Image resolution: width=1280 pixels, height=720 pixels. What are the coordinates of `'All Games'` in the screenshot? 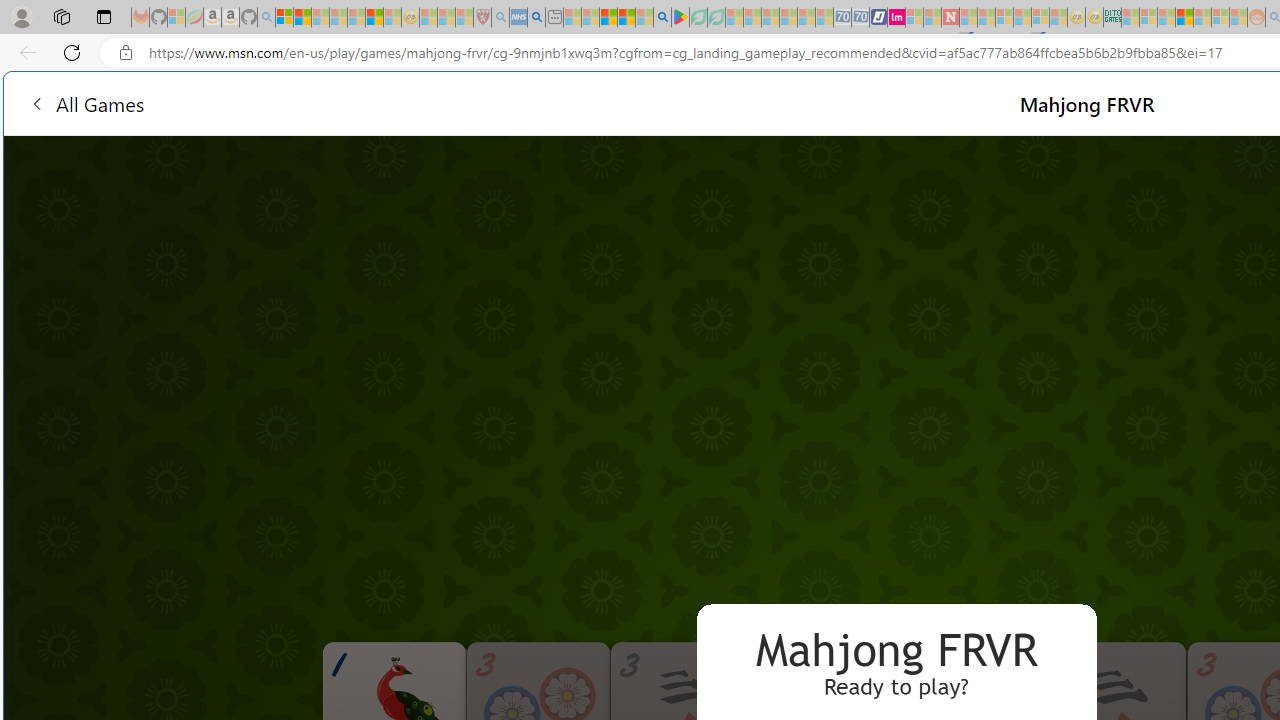 It's located at (85, 103).